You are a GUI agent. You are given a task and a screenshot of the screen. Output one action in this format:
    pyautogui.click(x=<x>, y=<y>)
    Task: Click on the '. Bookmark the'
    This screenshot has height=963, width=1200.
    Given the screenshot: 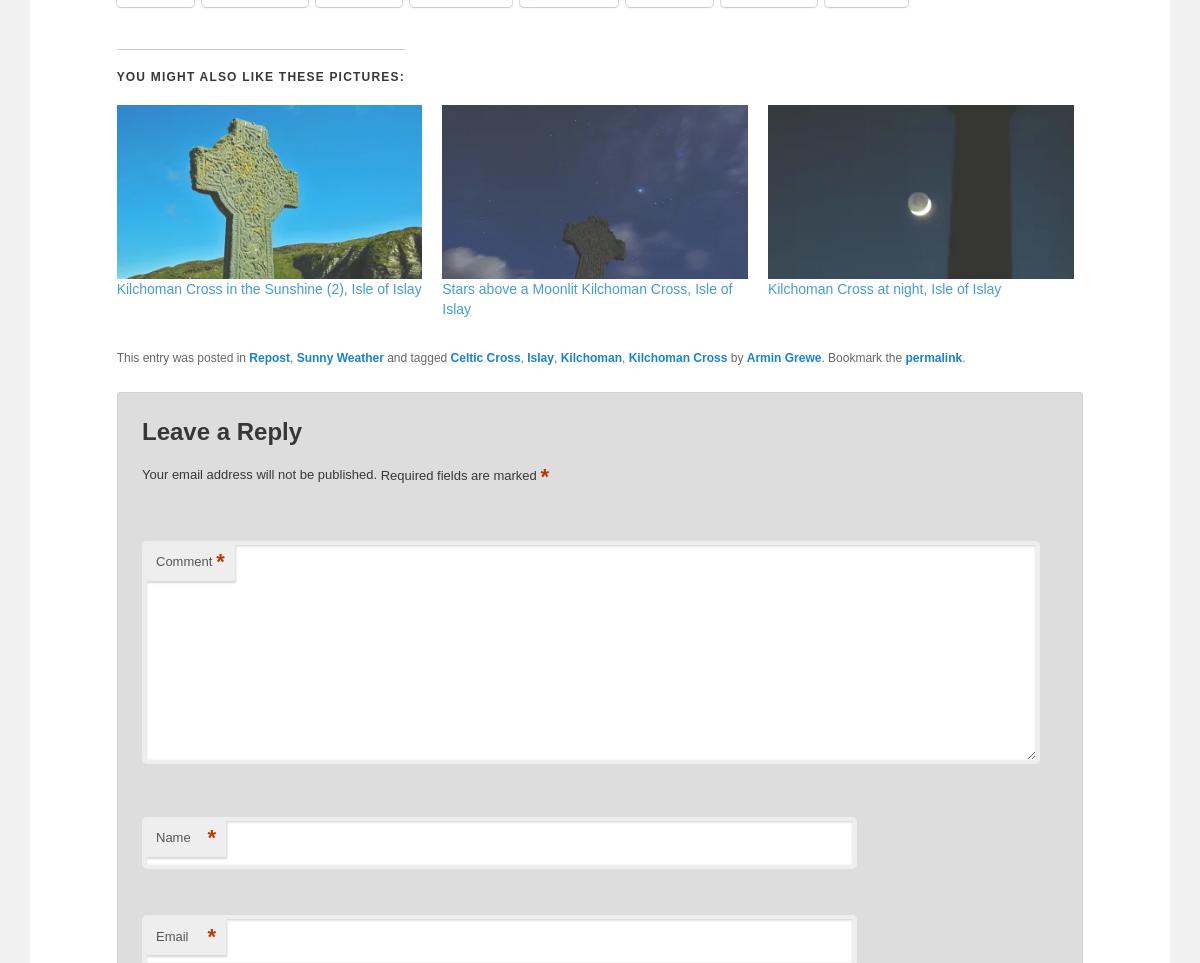 What is the action you would take?
    pyautogui.click(x=862, y=357)
    